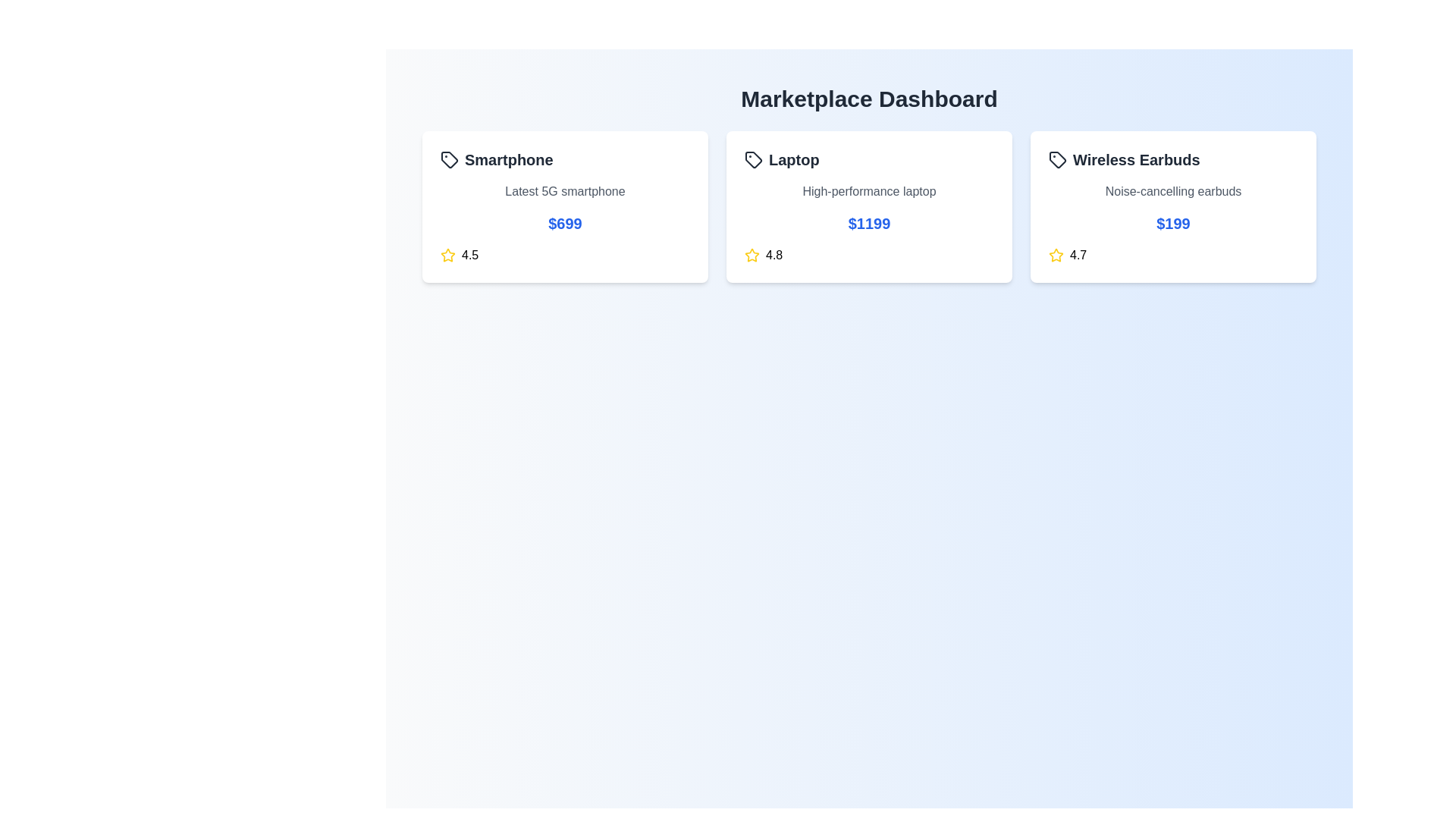 The image size is (1456, 819). I want to click on the Star icon in the rating widget of the 'Wireless Earbuds' card, so click(1055, 254).